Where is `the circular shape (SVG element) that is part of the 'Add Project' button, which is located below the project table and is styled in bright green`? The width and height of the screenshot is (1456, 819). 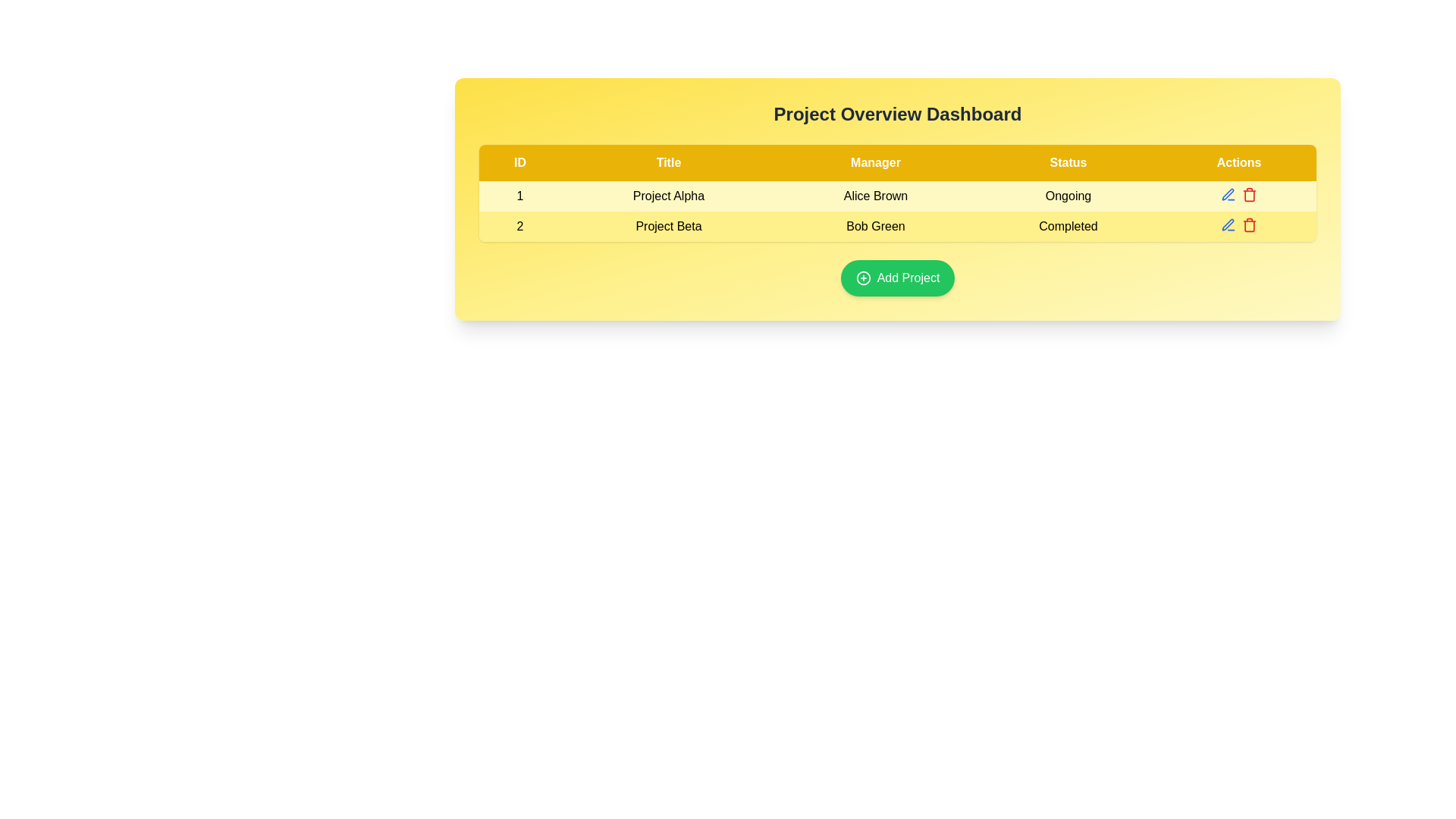
the circular shape (SVG element) that is part of the 'Add Project' button, which is located below the project table and is styled in bright green is located at coordinates (863, 278).